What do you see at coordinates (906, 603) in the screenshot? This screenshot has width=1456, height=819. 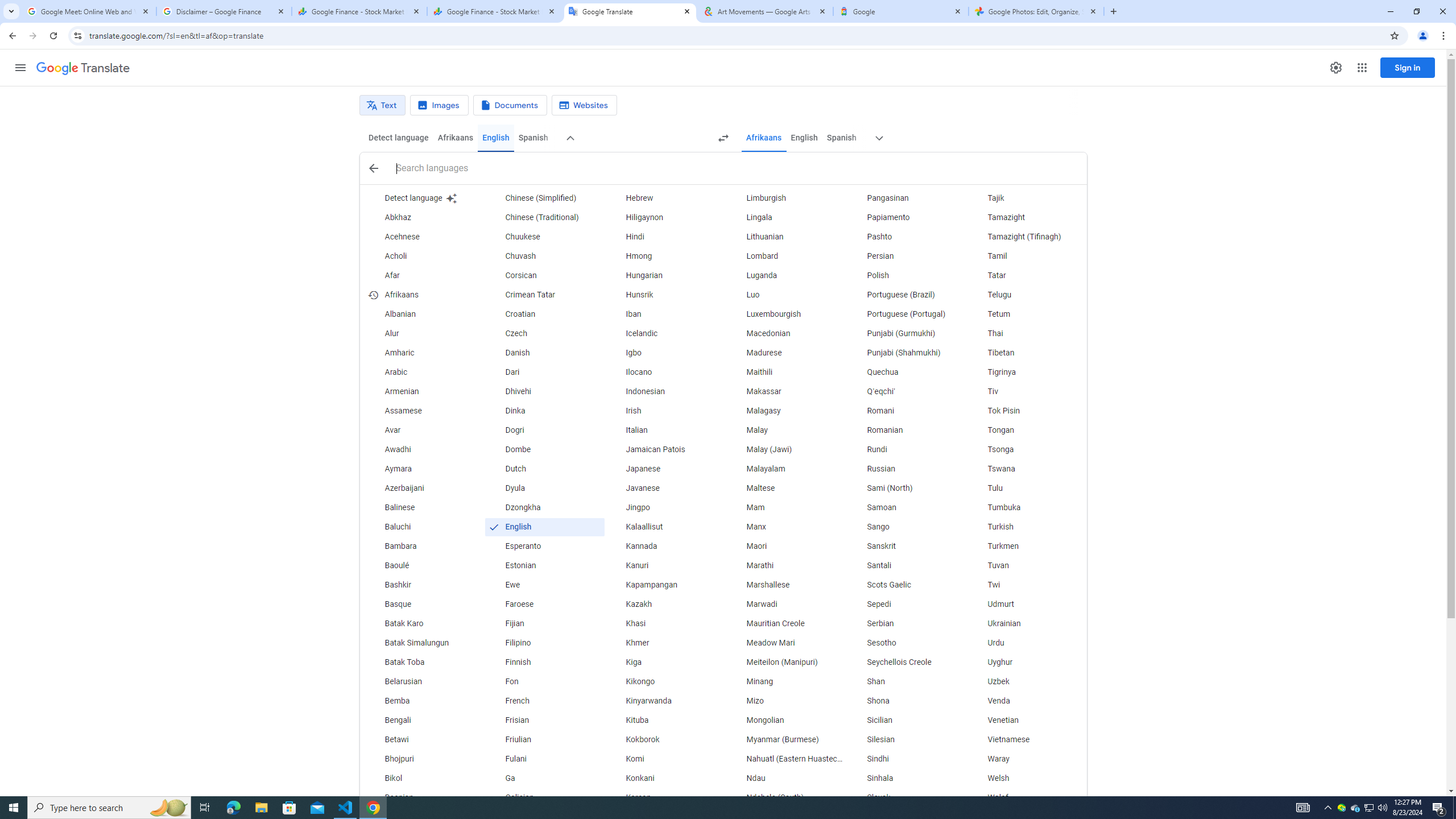 I see `'Sepedi'` at bounding box center [906, 603].